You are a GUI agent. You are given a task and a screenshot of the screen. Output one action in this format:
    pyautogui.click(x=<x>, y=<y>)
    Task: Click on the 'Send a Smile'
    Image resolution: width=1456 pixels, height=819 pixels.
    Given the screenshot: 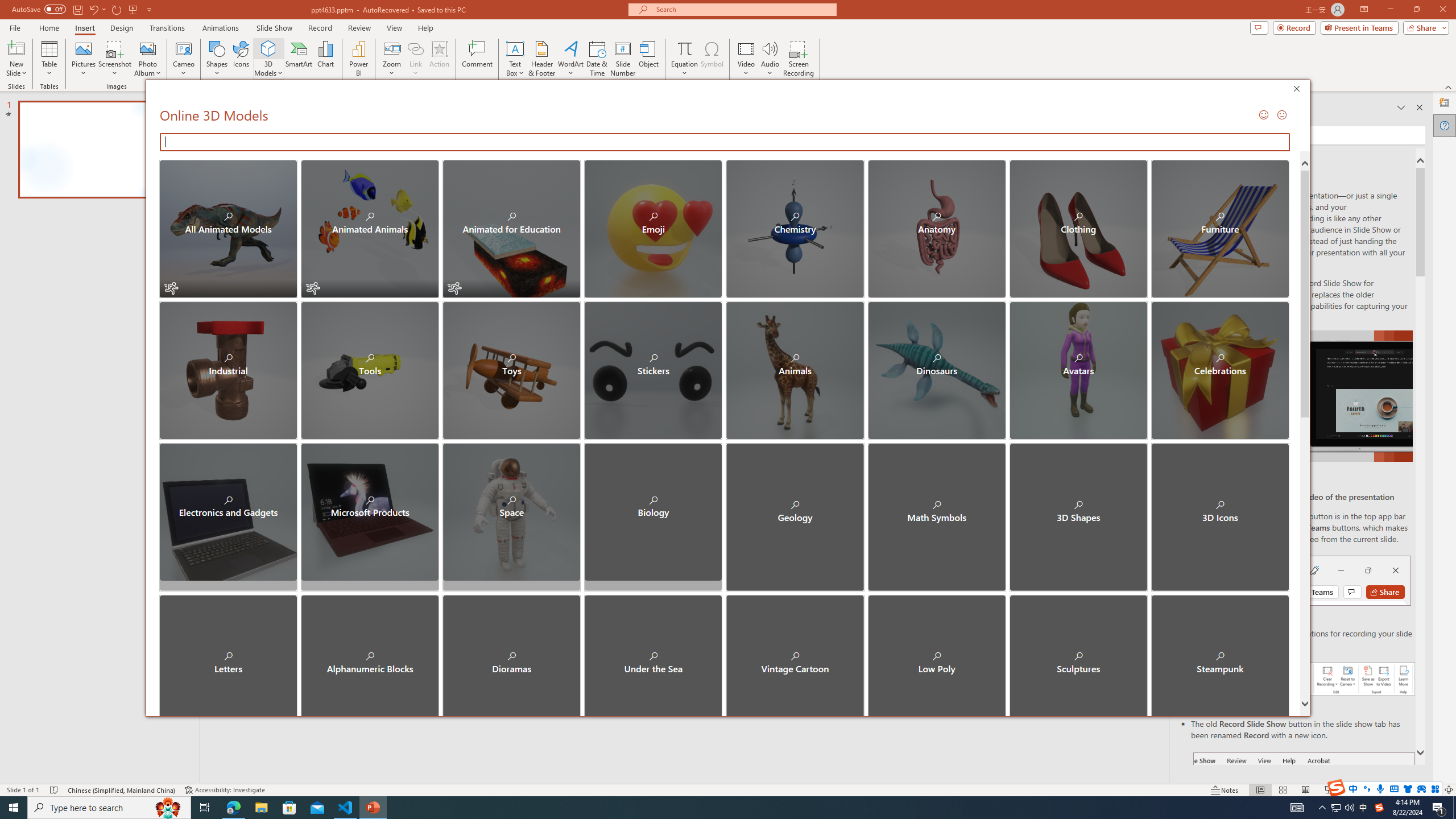 What is the action you would take?
    pyautogui.click(x=1261, y=114)
    